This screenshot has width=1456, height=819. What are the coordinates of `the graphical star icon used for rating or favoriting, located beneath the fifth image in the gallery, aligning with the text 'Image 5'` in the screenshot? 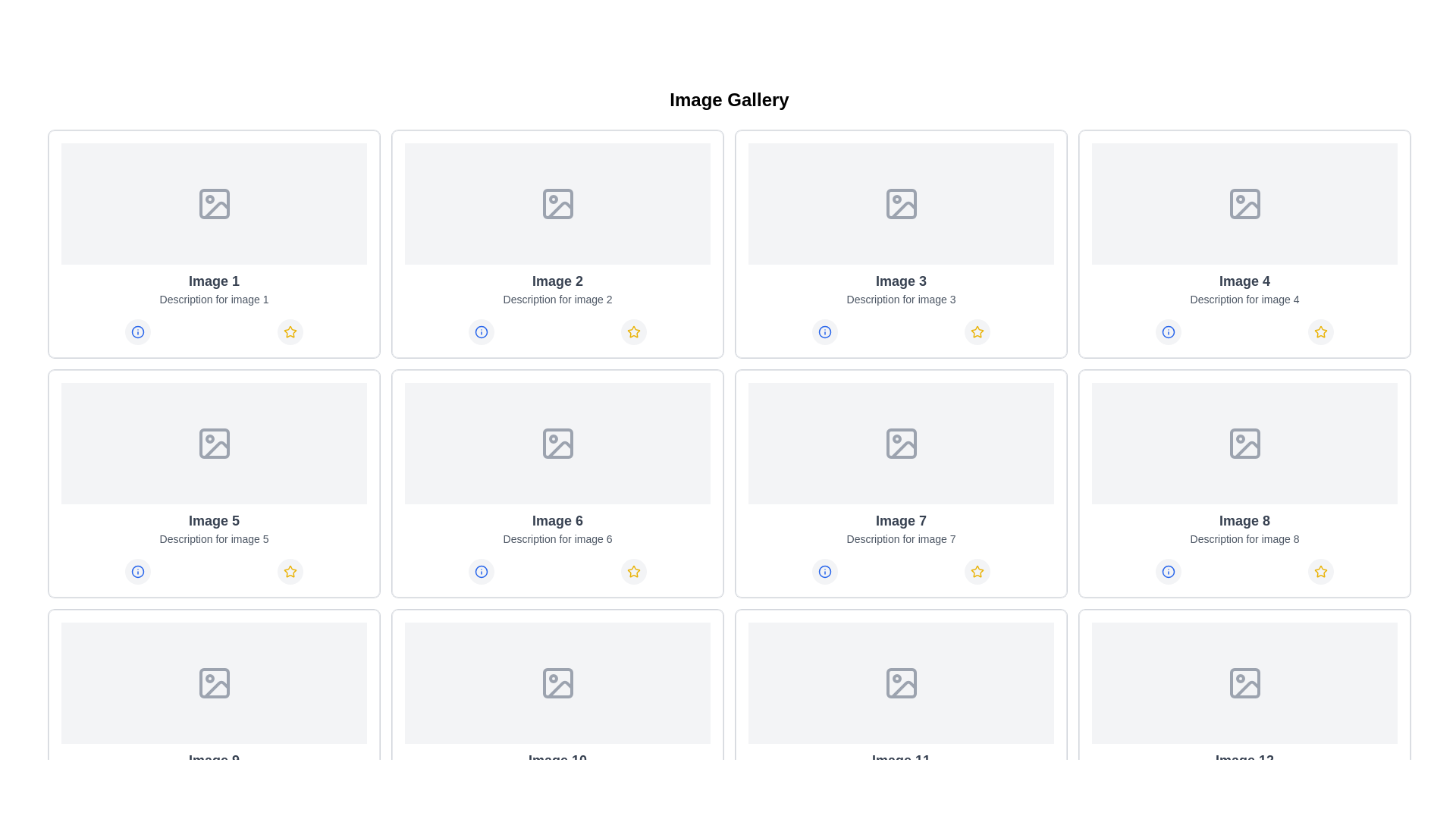 It's located at (290, 571).